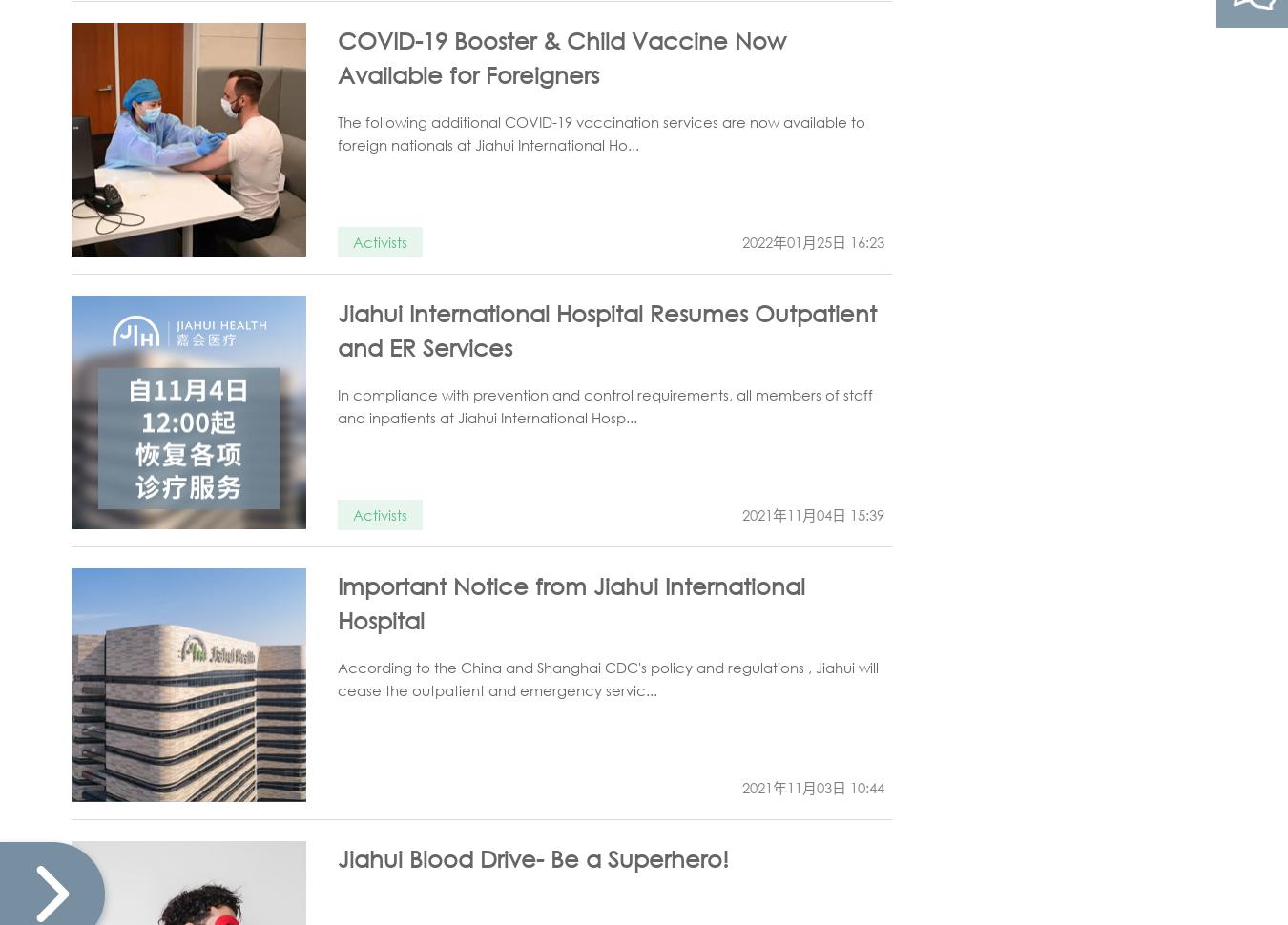  Describe the element at coordinates (607, 328) in the screenshot. I see `'Jiahui International Hospital Resumes Outpatient and ER Services'` at that location.